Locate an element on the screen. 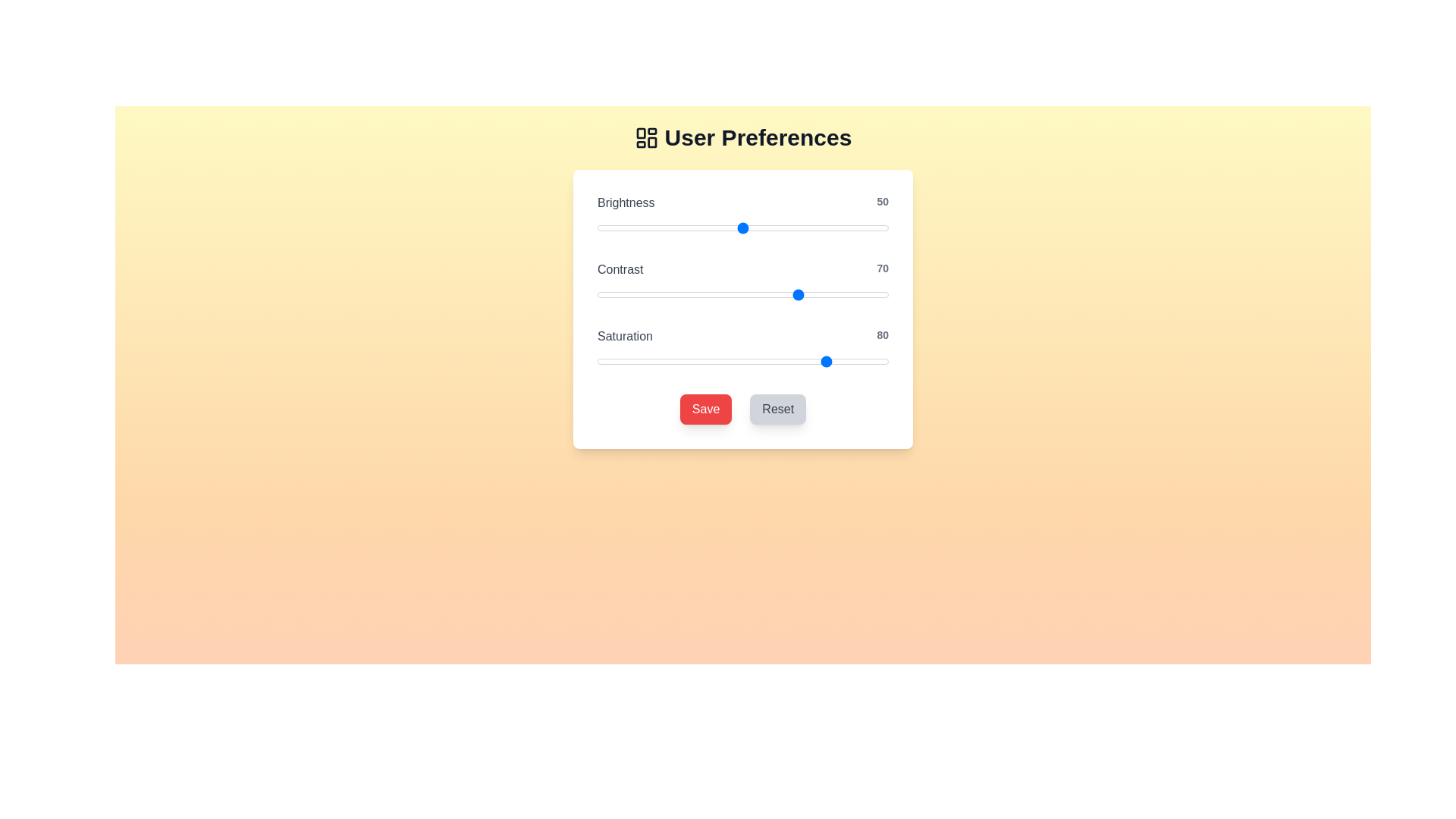  the 'Contrast' slider to the specified value 26 is located at coordinates (672, 295).